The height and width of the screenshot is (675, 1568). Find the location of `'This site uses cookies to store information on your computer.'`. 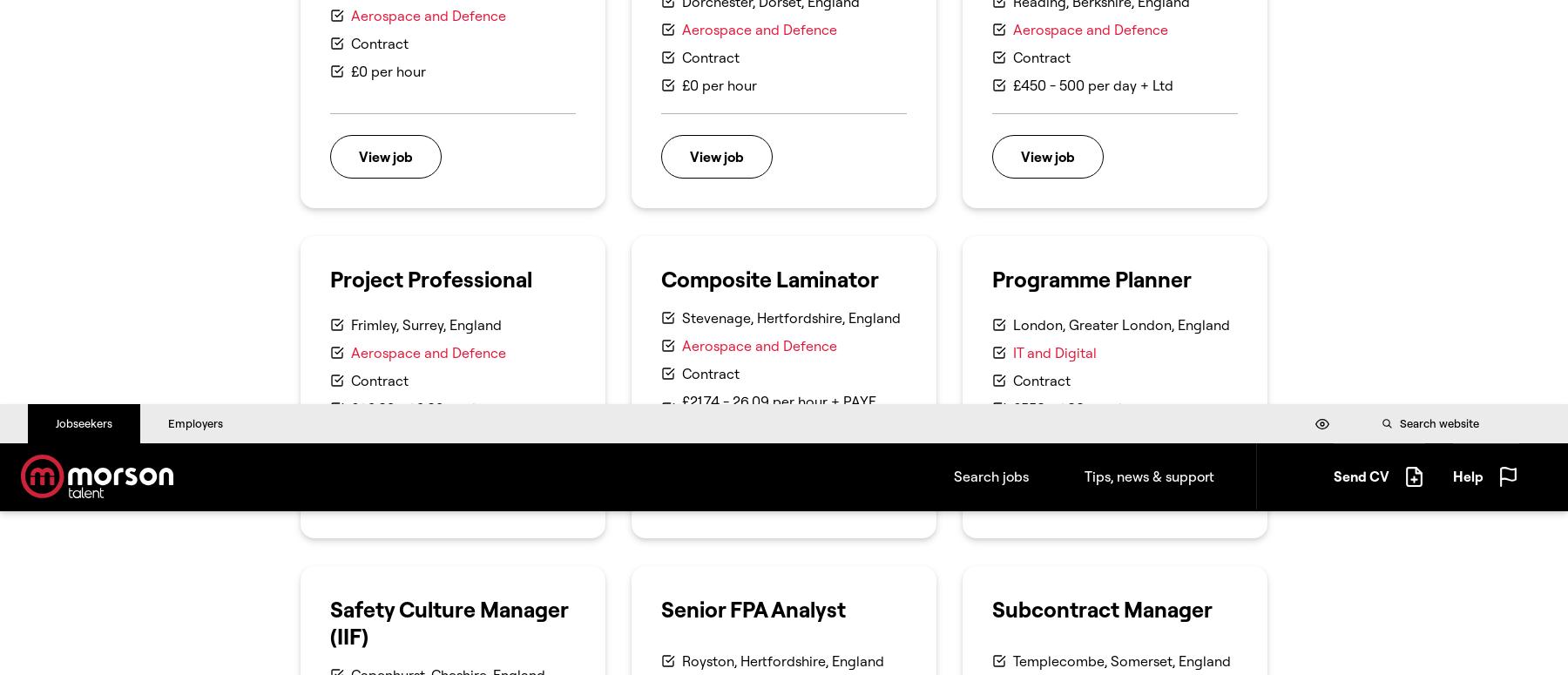

'This site uses cookies to store information on your computer.' is located at coordinates (431, 34).